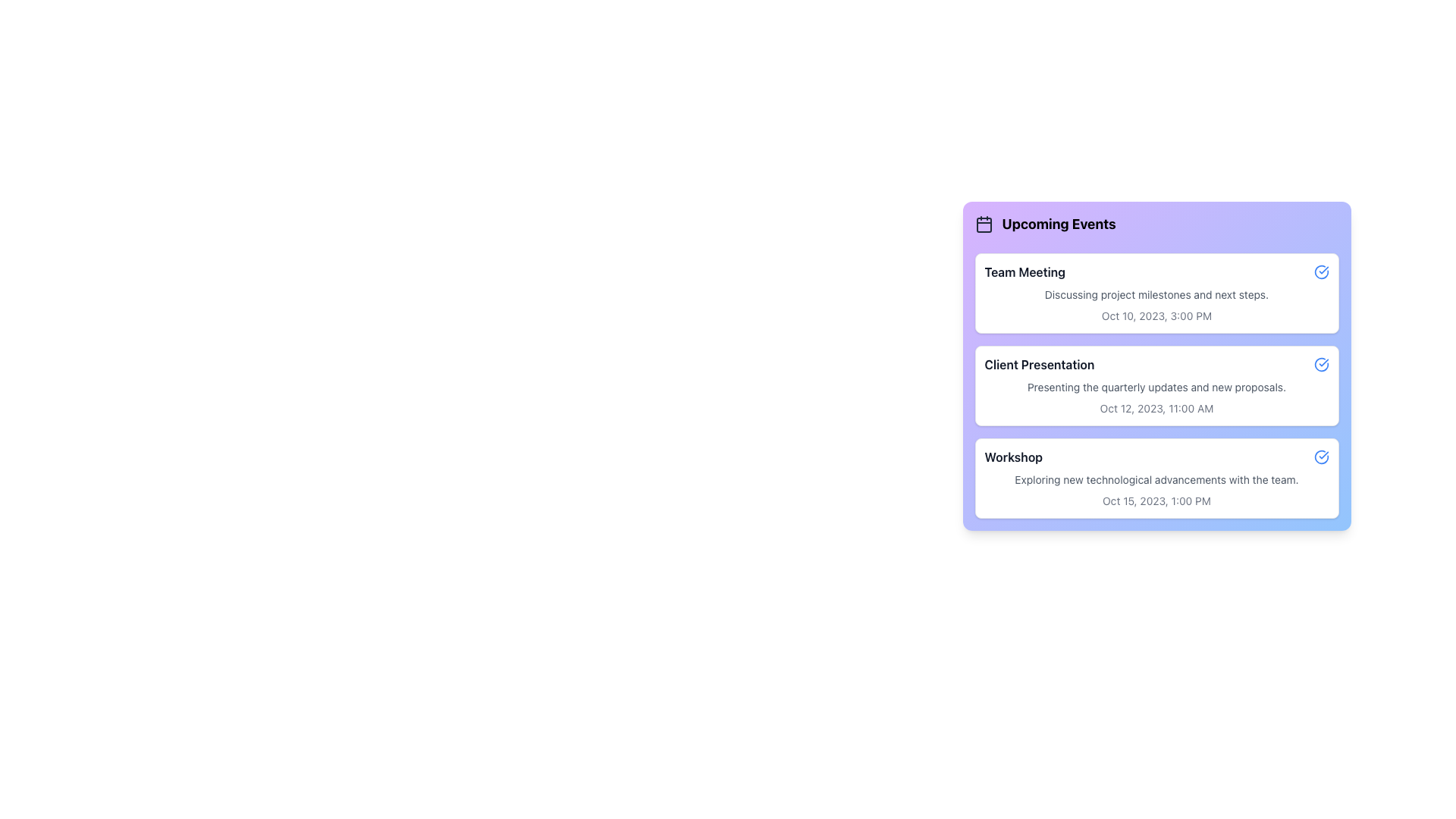 The width and height of the screenshot is (1456, 819). I want to click on the Icon button that serves as a status indicator for the 'Client Presentation' event, located on the far right end of the row in the 'Upcoming Events' section, so click(1320, 365).